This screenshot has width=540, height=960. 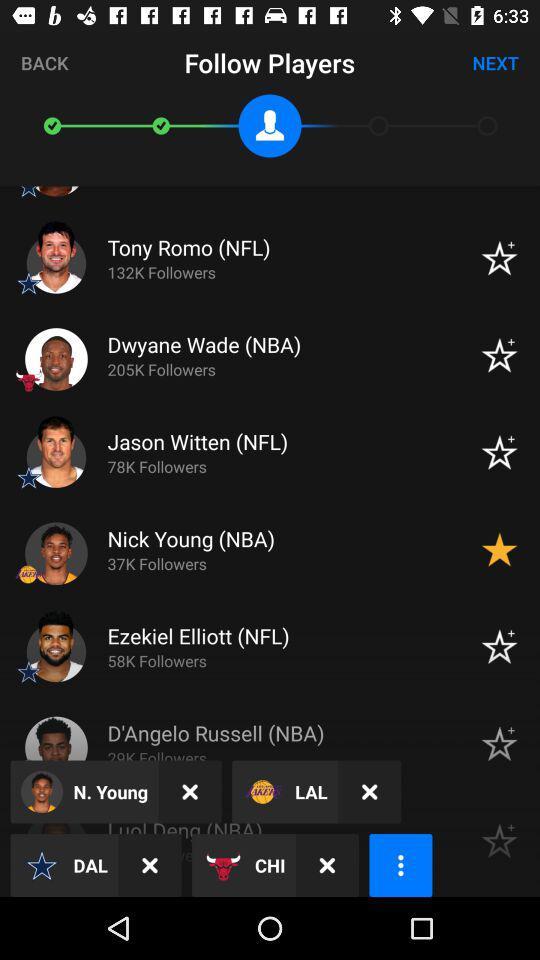 I want to click on the close icon, so click(x=327, y=864).